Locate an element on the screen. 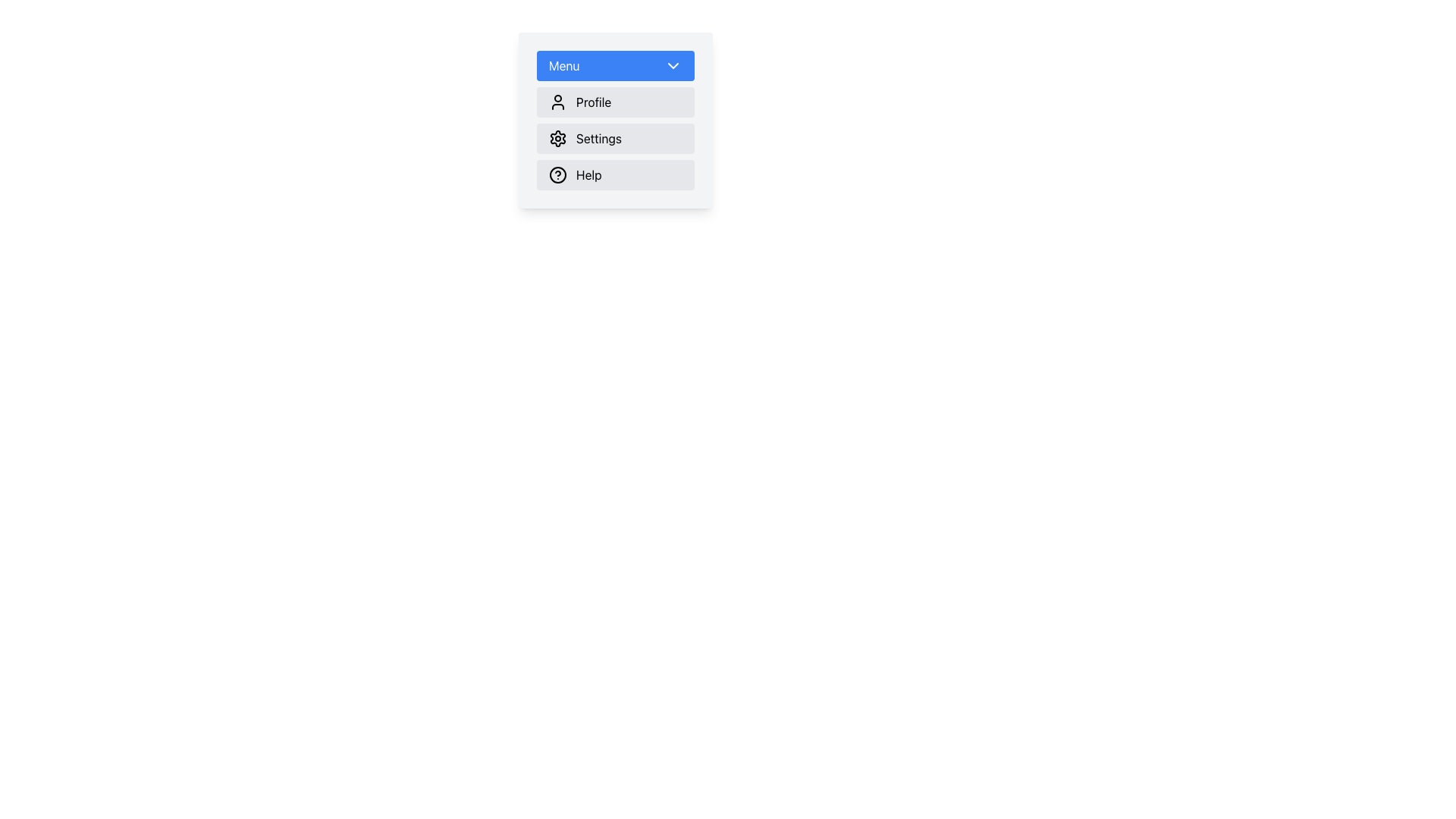 The width and height of the screenshot is (1456, 819). the 'Settings' menu item, which is the second option in the vertical navigation panel, featuring a gear icon and bold text is located at coordinates (615, 138).